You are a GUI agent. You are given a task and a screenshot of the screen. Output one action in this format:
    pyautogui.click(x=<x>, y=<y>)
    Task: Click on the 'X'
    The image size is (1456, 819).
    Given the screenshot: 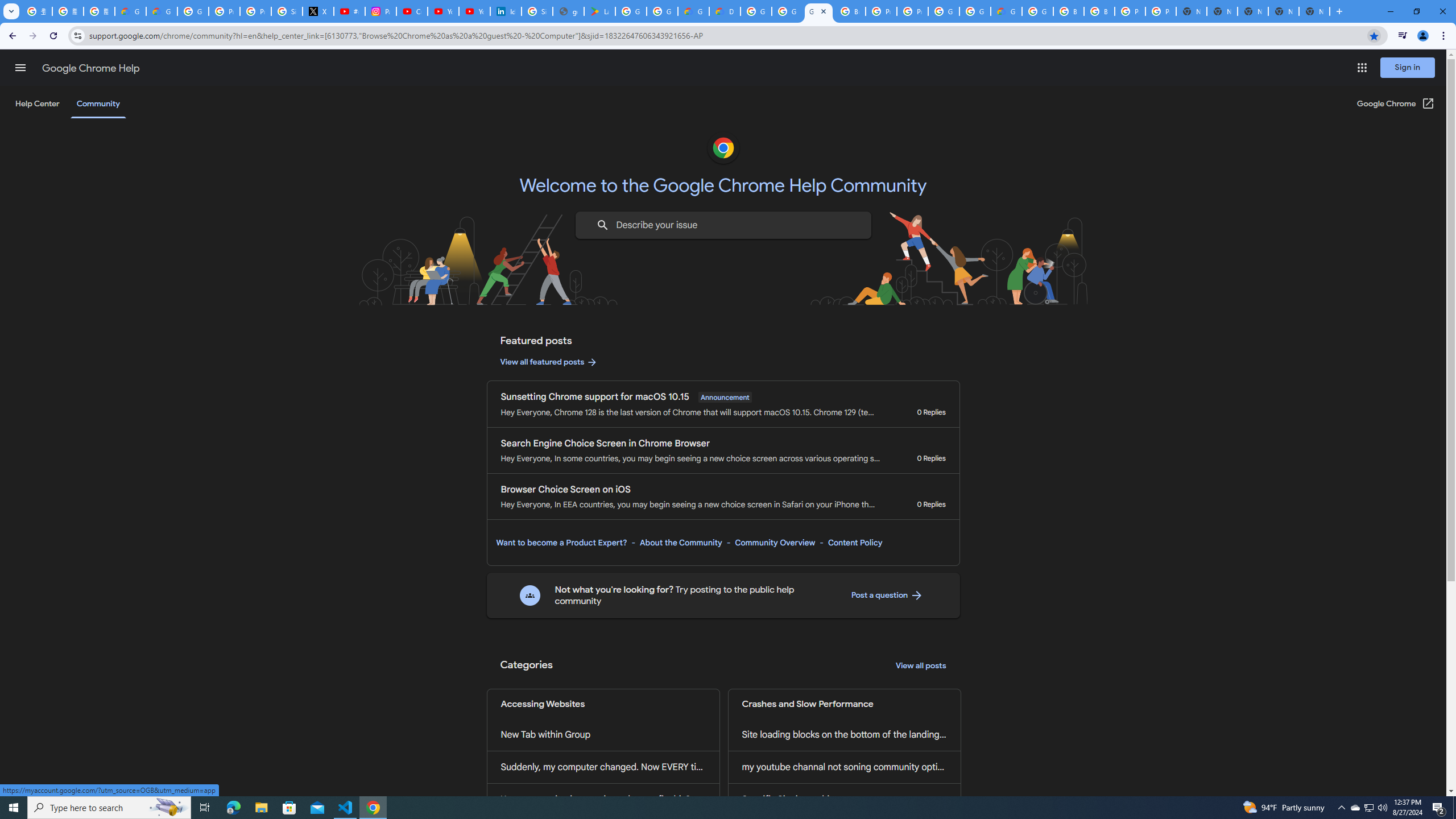 What is the action you would take?
    pyautogui.click(x=317, y=11)
    